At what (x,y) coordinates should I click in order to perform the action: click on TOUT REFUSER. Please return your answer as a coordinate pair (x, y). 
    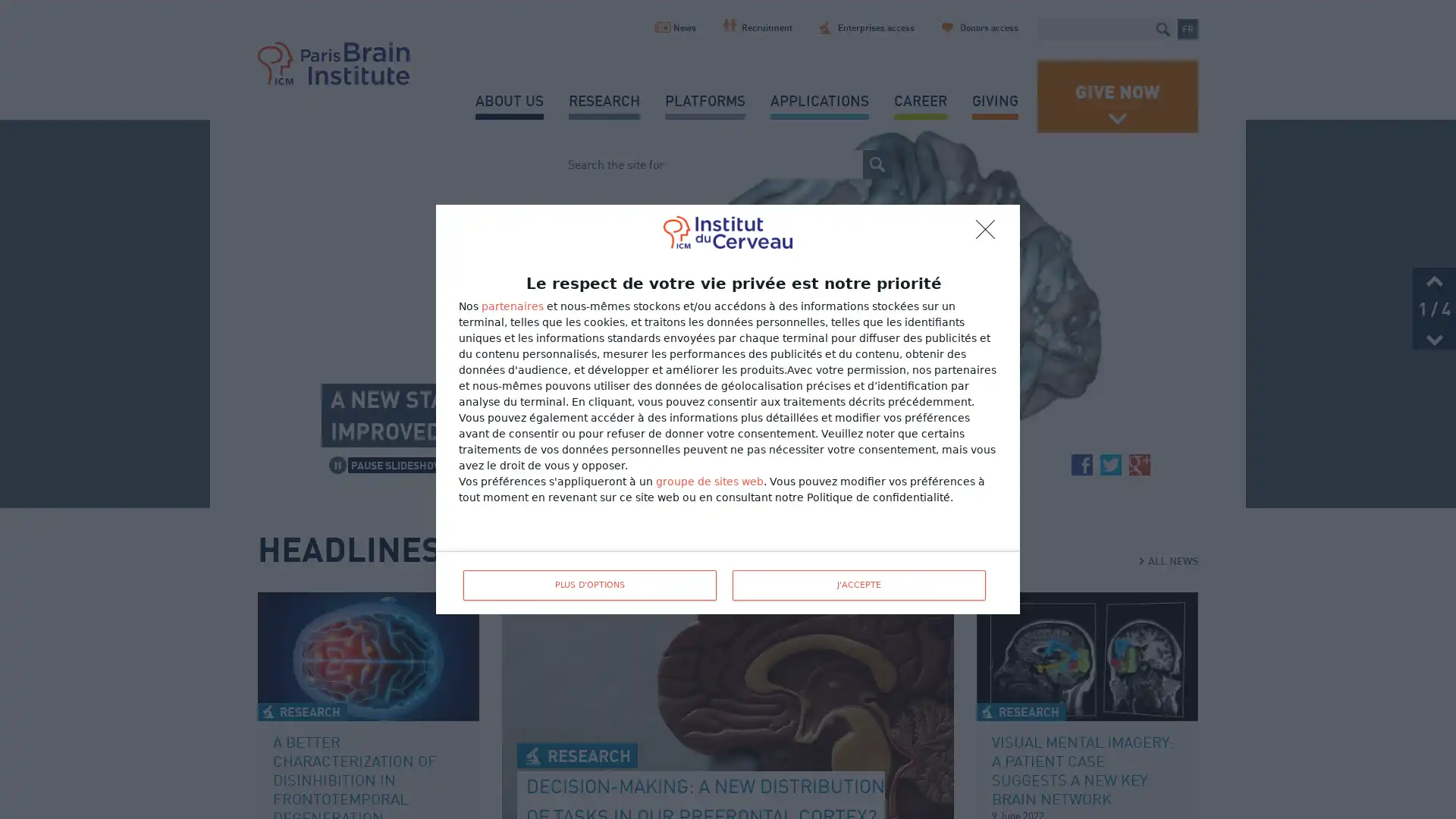
    Looking at the image, I should click on (990, 234).